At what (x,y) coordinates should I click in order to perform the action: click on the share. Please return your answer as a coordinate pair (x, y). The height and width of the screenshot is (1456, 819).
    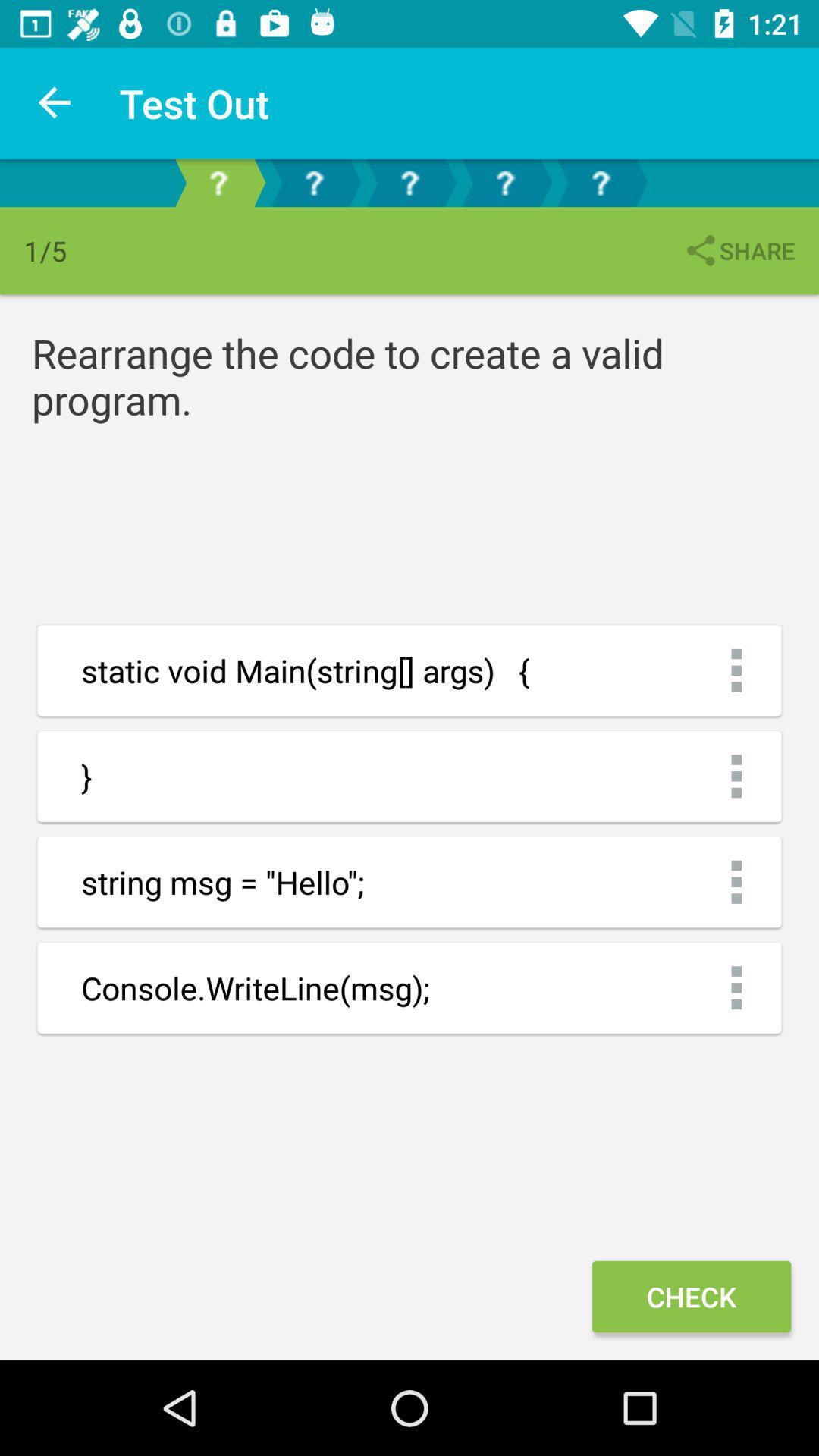
    Looking at the image, I should click on (738, 250).